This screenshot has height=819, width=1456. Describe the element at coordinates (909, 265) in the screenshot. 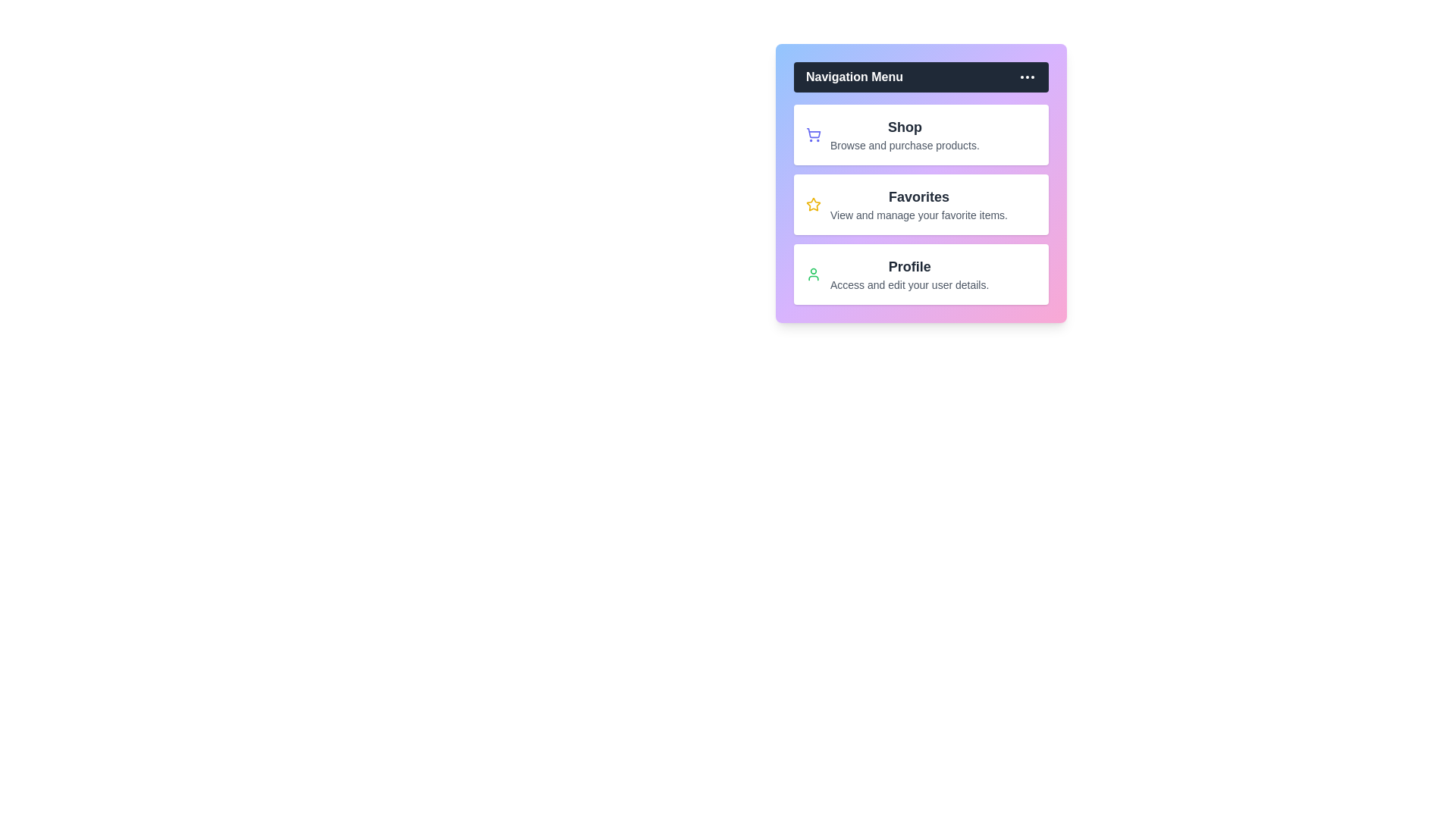

I see `the 'Profile' item in the navigation menu` at that location.